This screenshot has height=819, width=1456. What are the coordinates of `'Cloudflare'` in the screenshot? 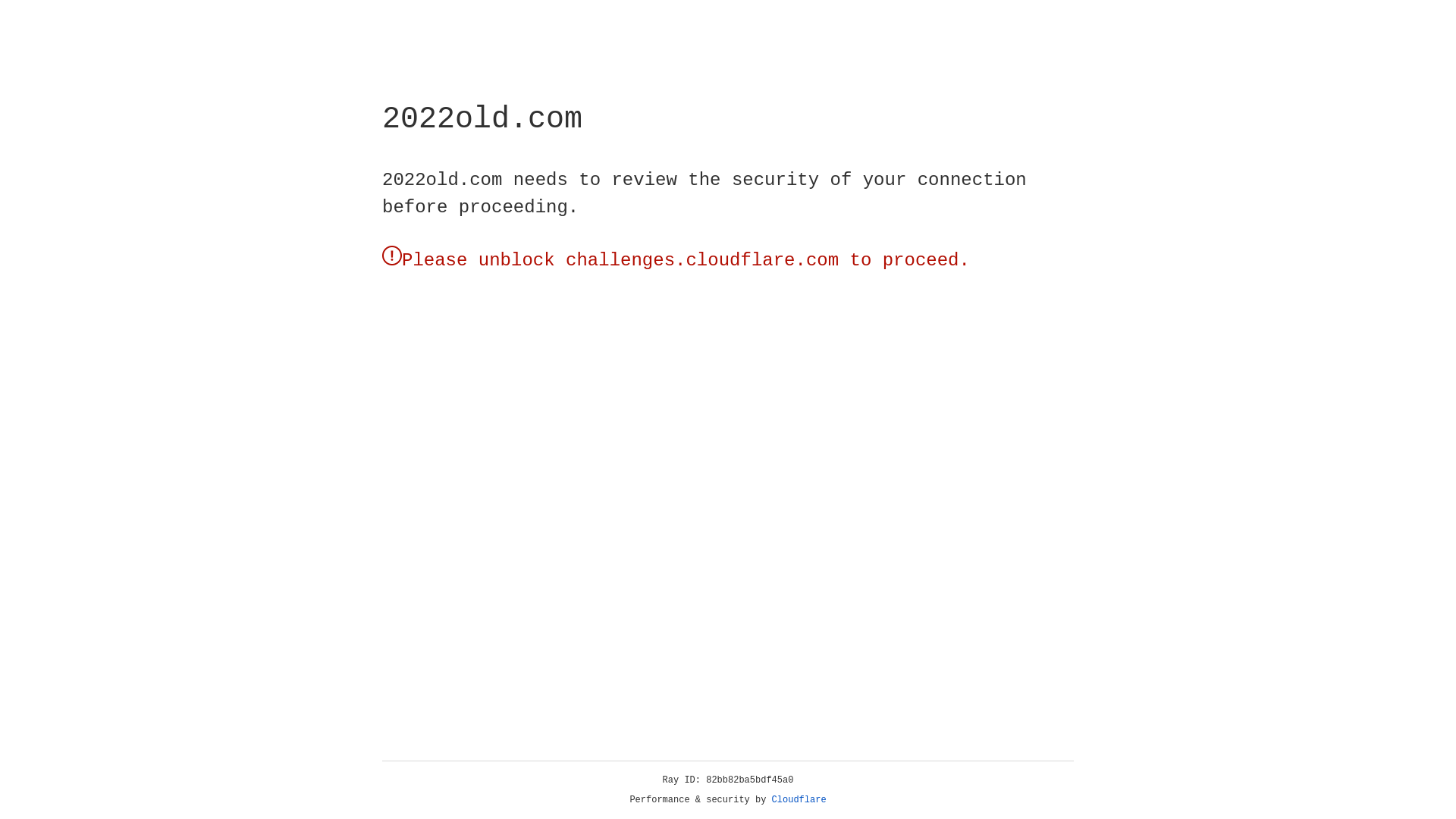 It's located at (799, 799).